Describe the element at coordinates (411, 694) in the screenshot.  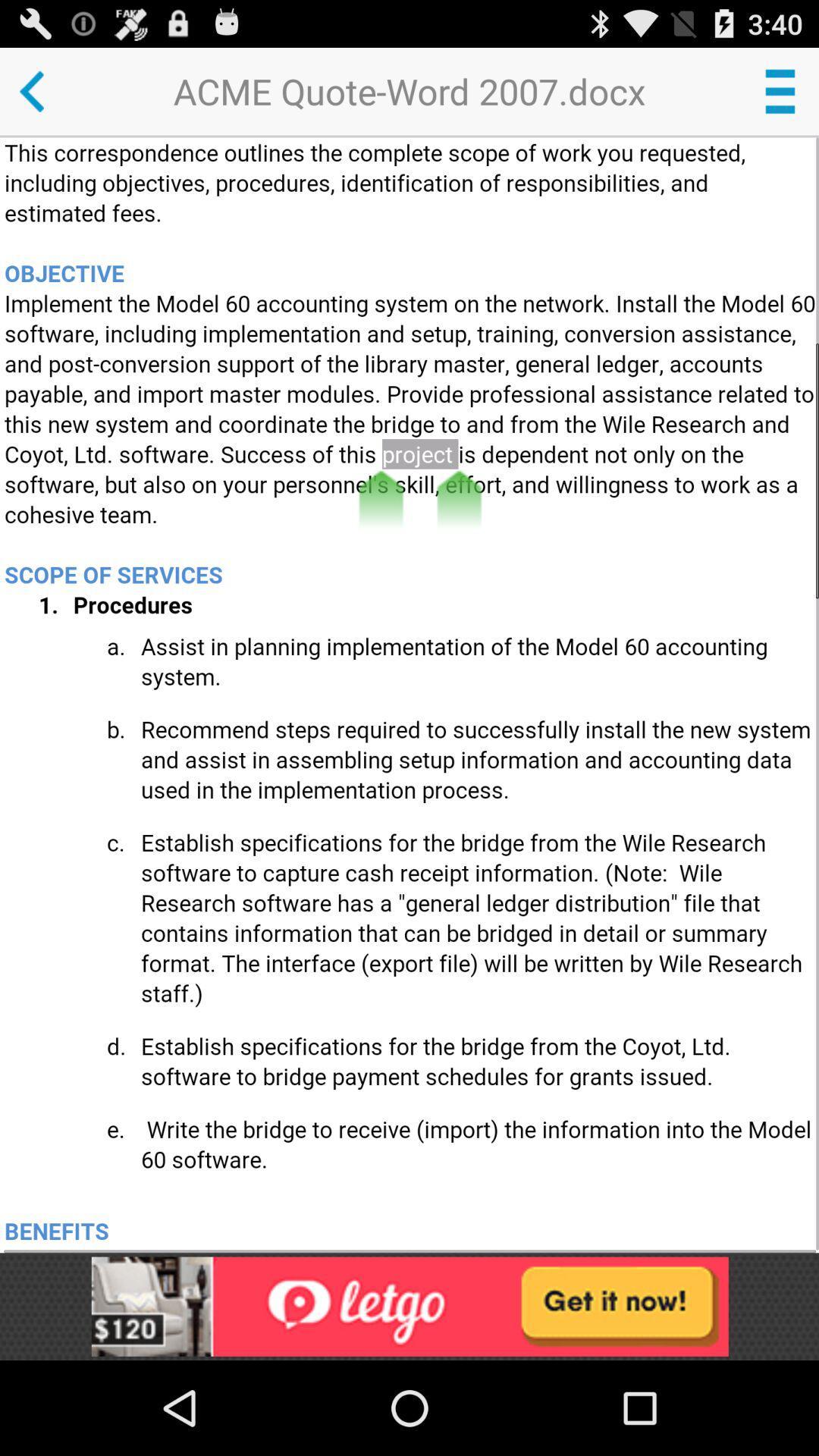
I see `discretion` at that location.